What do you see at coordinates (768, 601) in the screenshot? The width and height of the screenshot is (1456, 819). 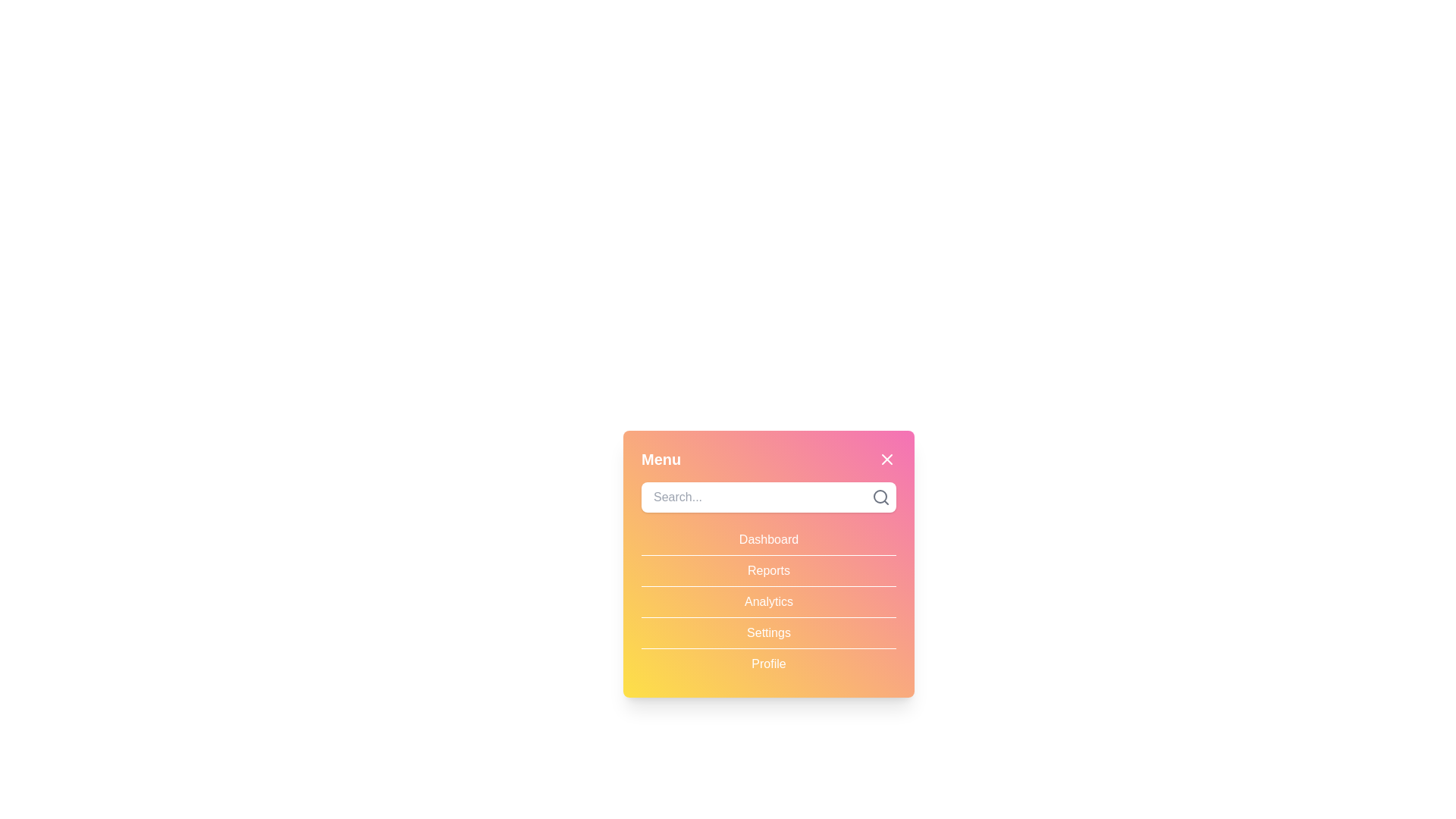 I see `the menu item Analytics to observe hover effects` at bounding box center [768, 601].